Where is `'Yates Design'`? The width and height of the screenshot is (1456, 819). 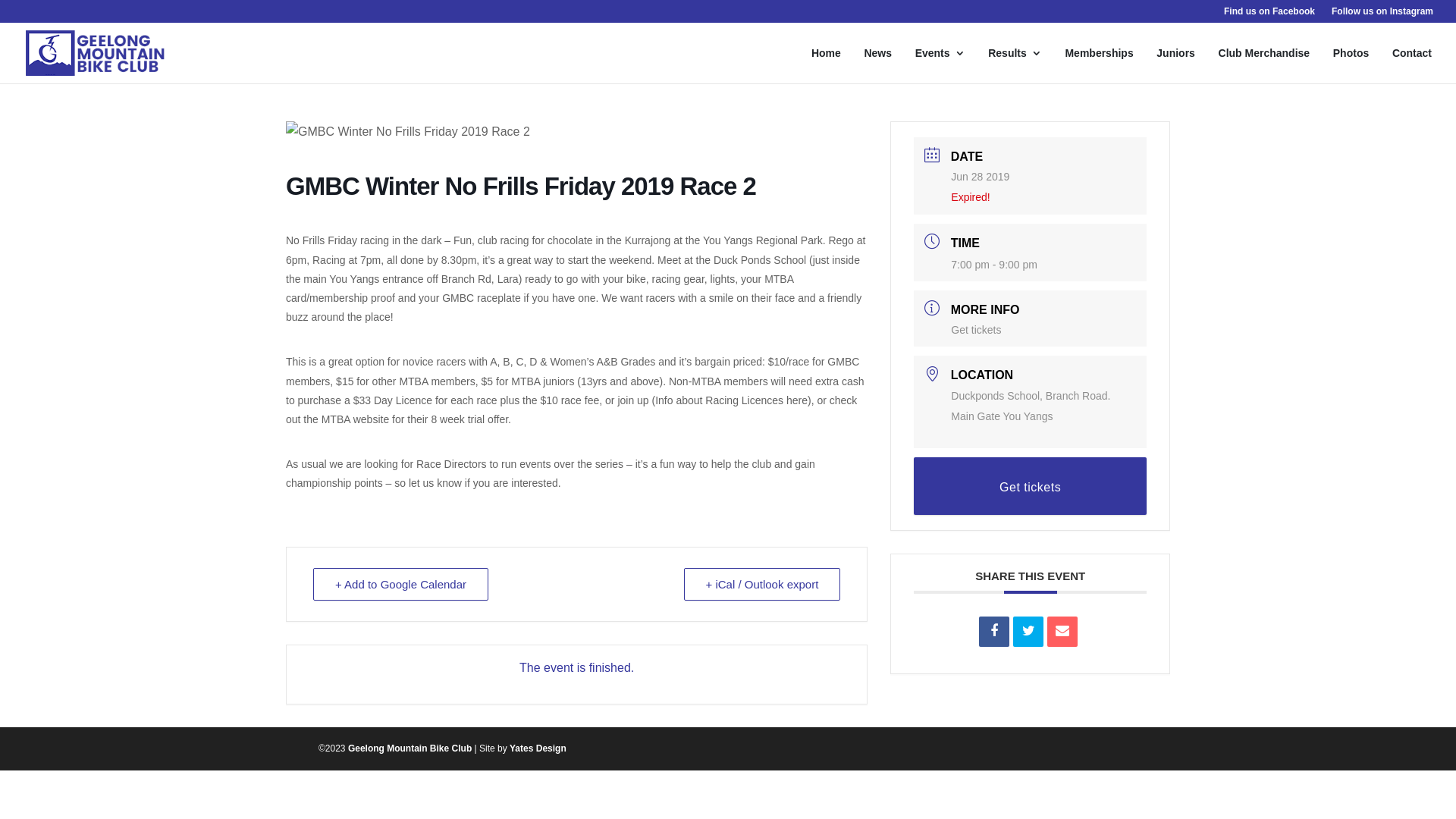 'Yates Design' is located at coordinates (538, 748).